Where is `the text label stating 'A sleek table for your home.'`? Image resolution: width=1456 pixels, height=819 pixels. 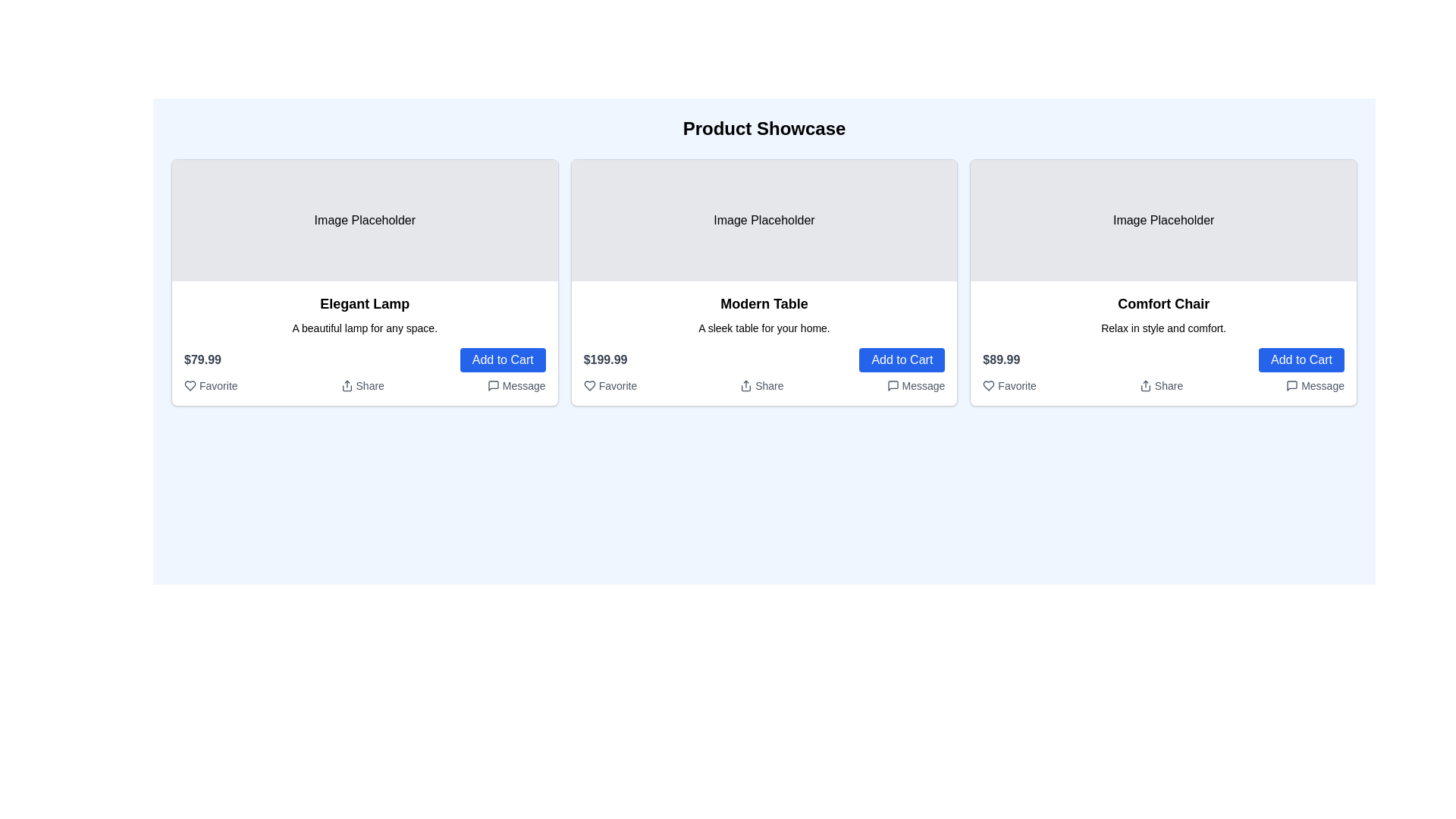
the text label stating 'A sleek table for your home.' is located at coordinates (764, 327).